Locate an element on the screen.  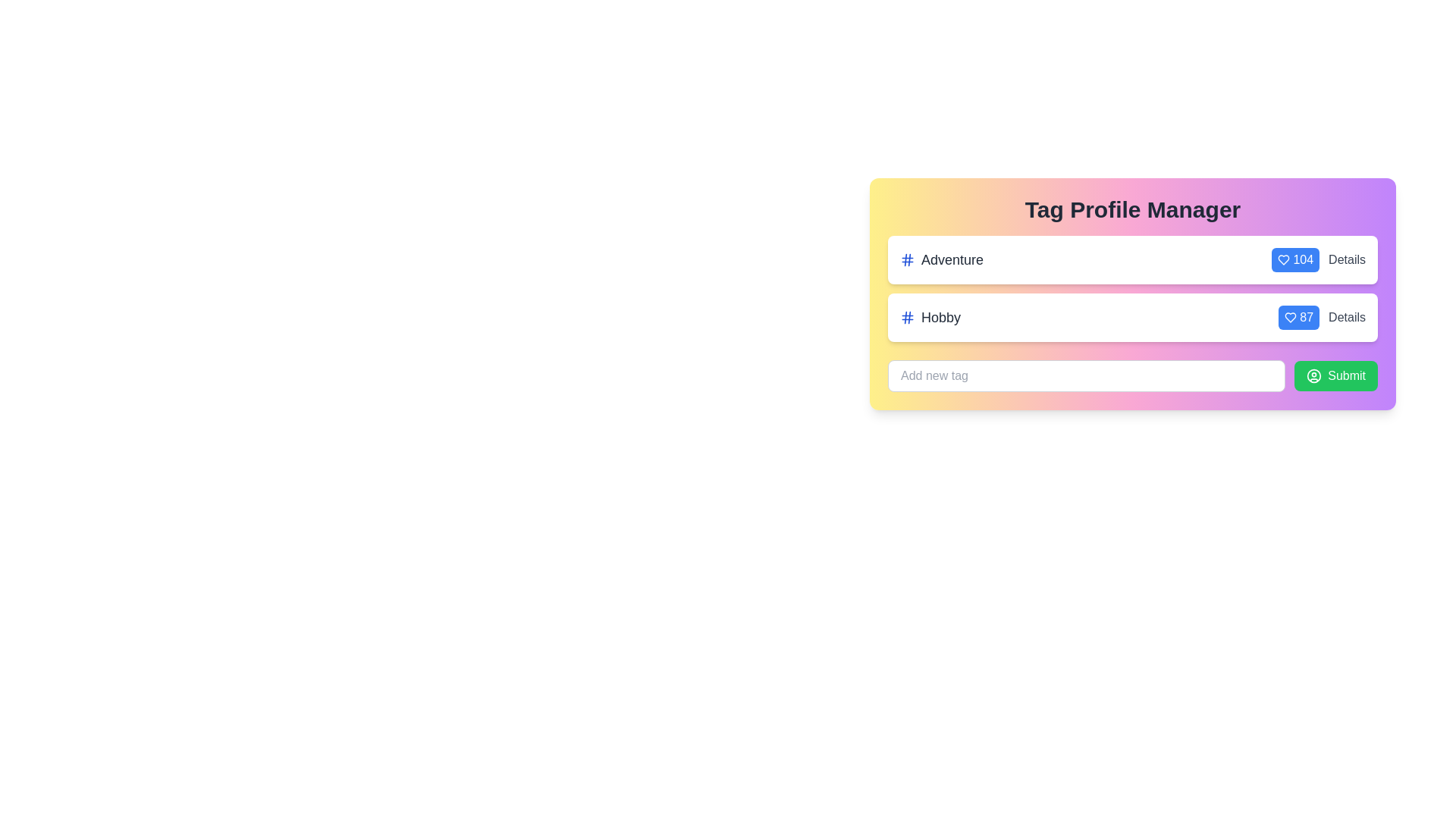
the Icon that represents the tag category, located to the immediate left of the text 'Hobby' in the second row of the vertical list under 'Tag Profile Manager' is located at coordinates (907, 317).